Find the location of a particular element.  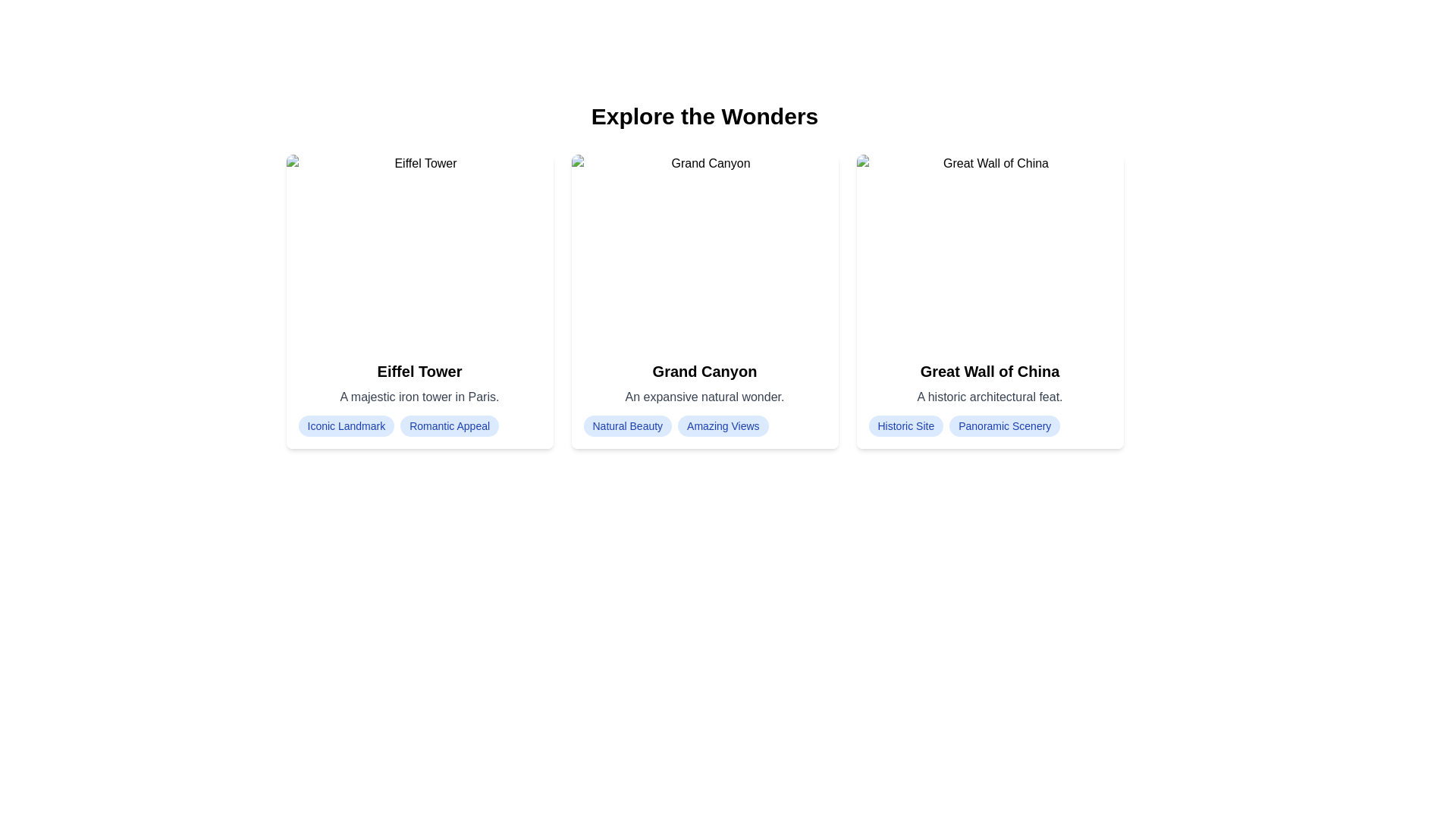

title and description from the informational card section about the Eiffel Tower, located at the bottom center of the card is located at coordinates (419, 397).